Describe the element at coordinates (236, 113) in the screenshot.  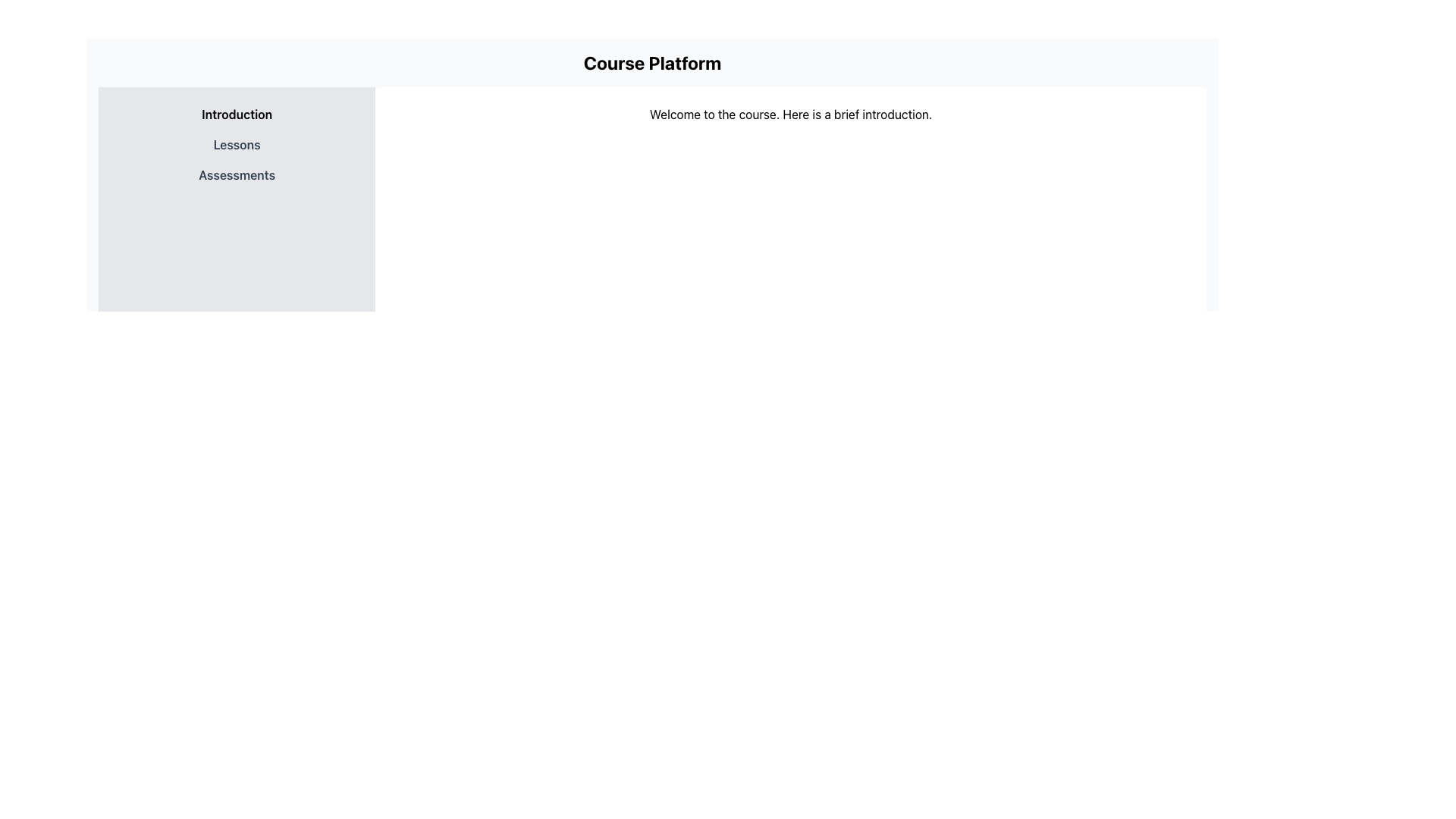
I see `the 'Introduction' static text label located at the top of the vertical list in the left sidebar of the application` at that location.